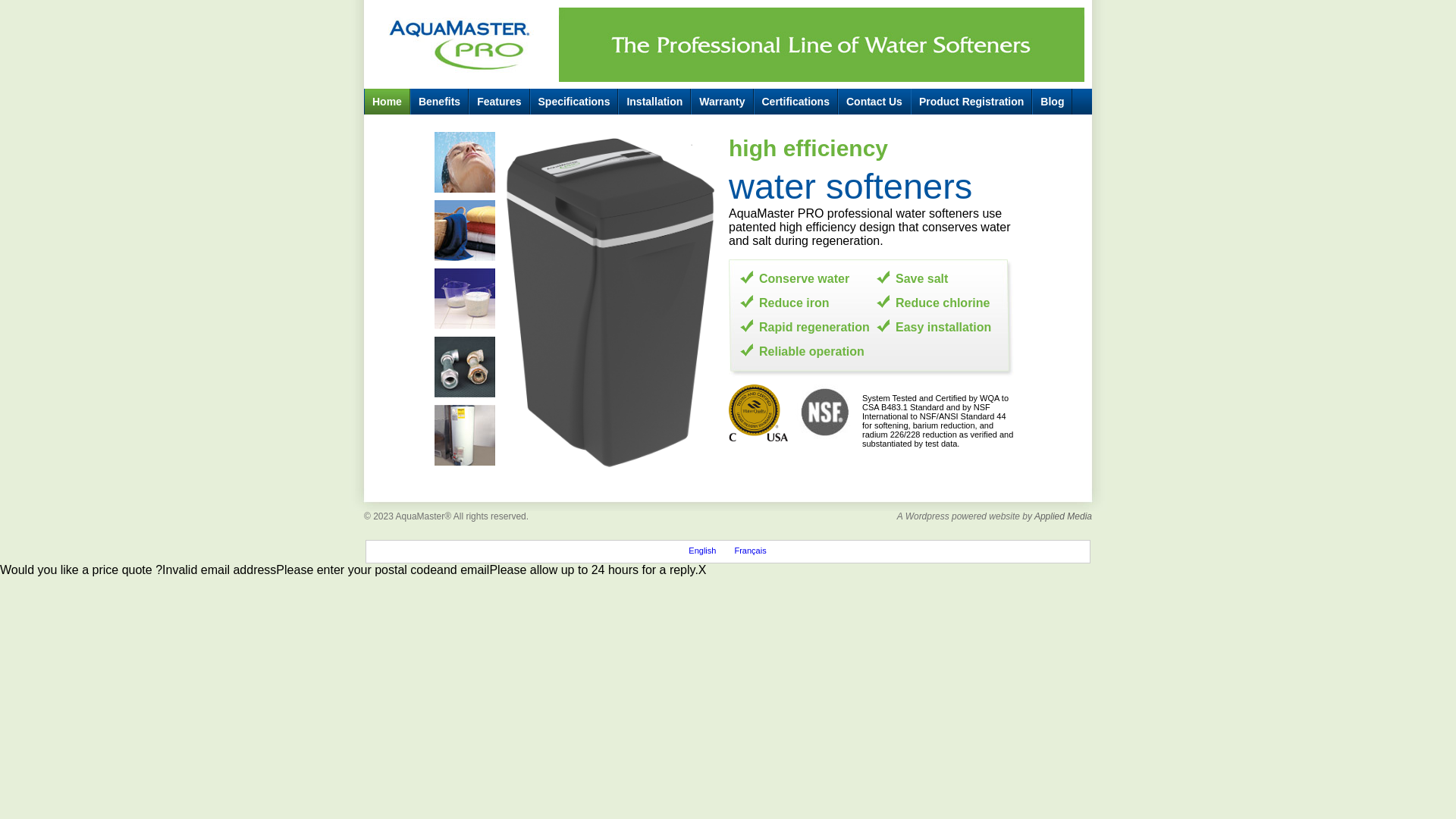 Image resolution: width=1456 pixels, height=819 pixels. I want to click on 'Aquamaster Pro - Return to homepage', so click(460, 40).